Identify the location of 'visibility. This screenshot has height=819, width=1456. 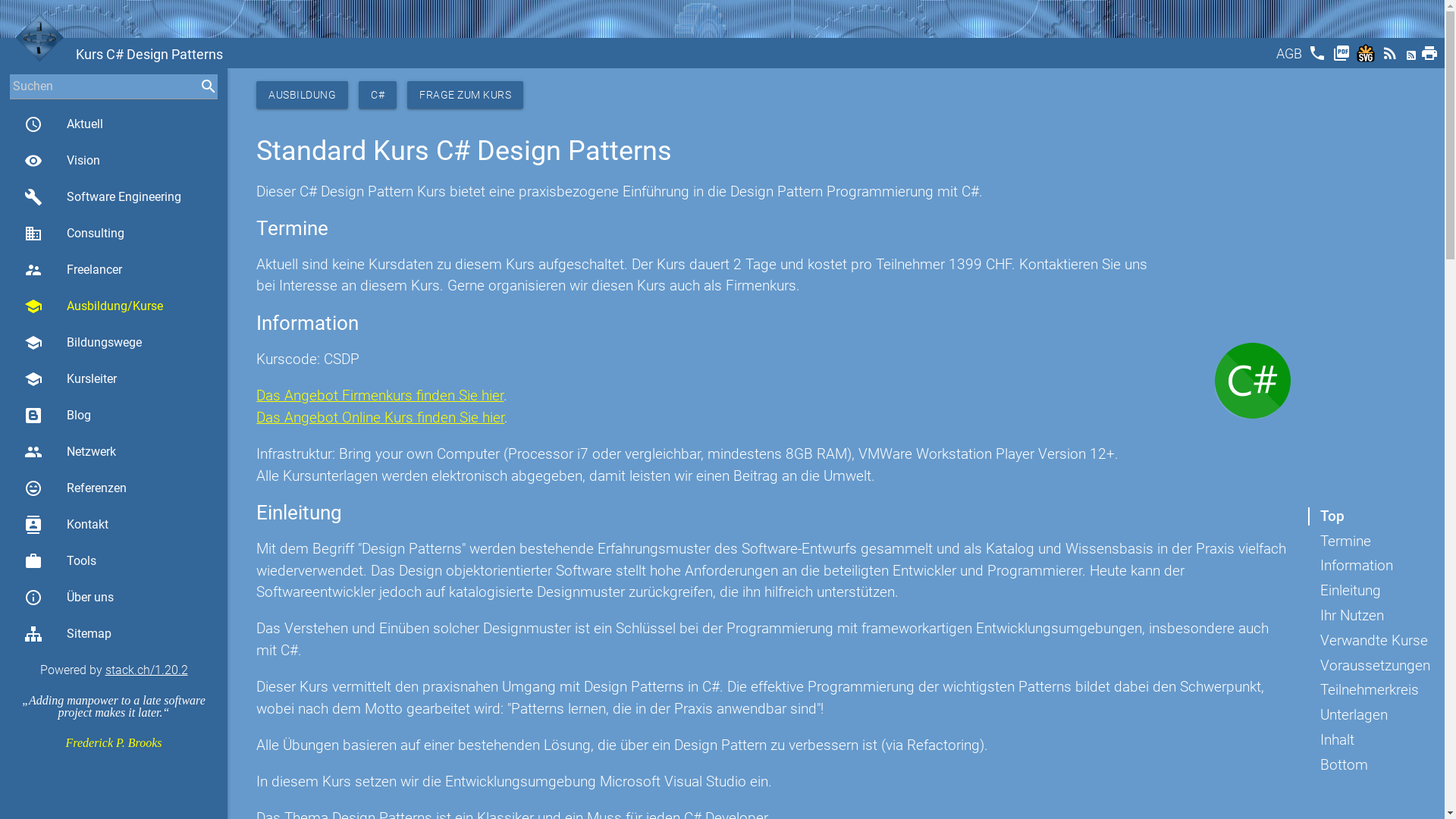
(0, 161).